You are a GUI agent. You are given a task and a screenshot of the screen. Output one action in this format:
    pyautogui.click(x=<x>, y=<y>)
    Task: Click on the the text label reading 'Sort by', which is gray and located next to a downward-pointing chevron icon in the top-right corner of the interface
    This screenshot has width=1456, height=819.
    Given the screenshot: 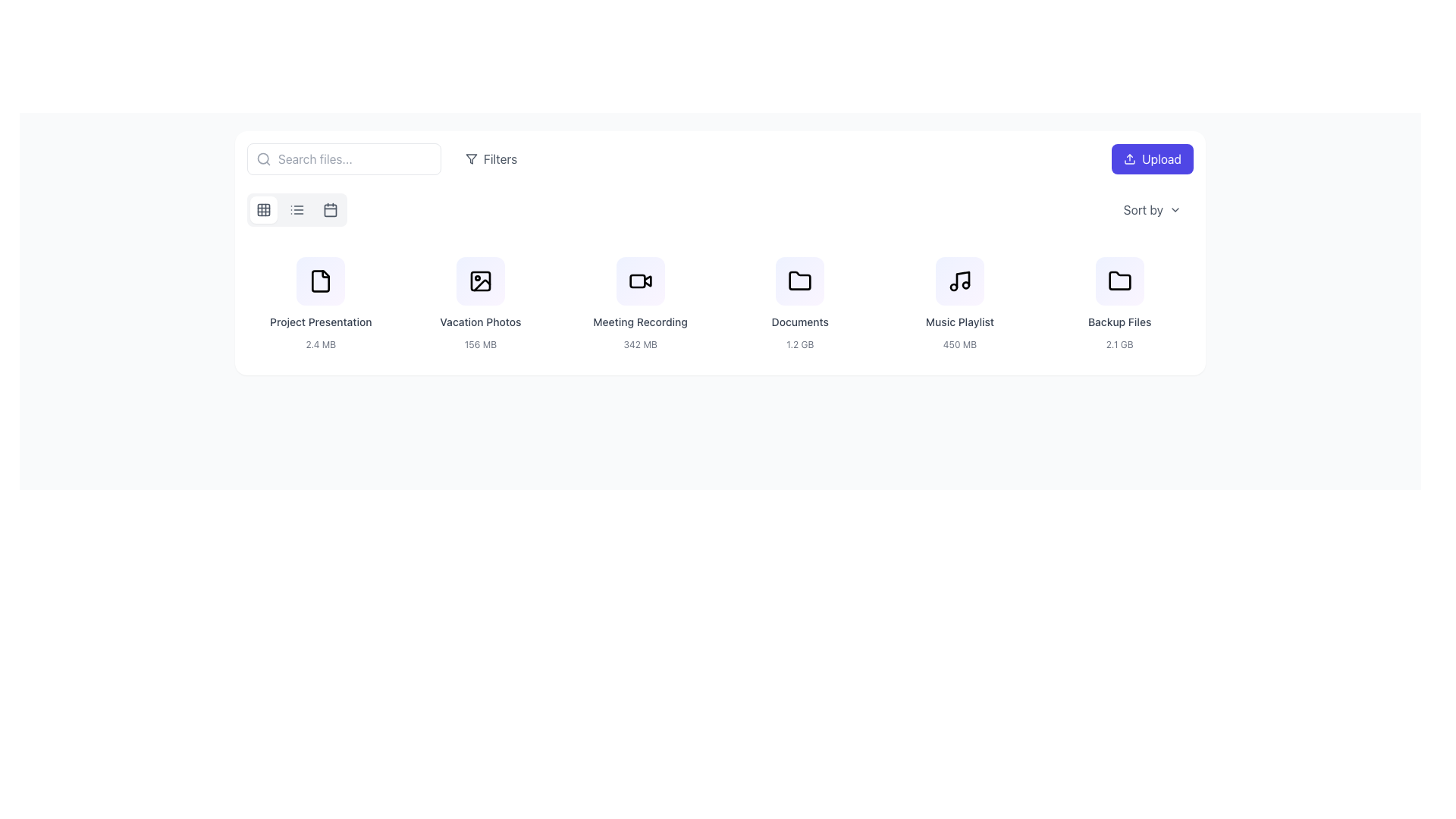 What is the action you would take?
    pyautogui.click(x=1143, y=210)
    